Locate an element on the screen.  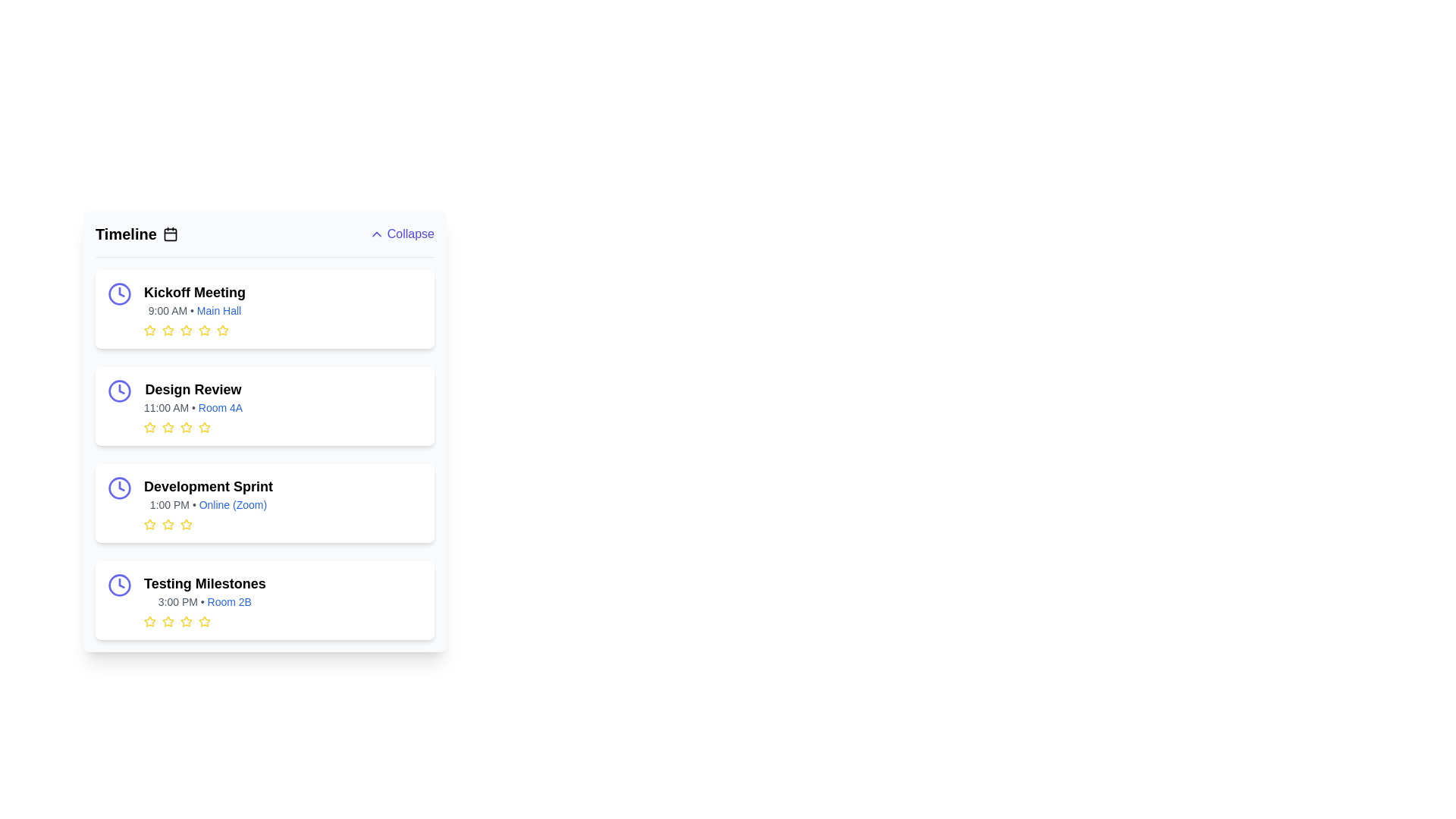
the title label for the second list item in the vertical agenda, which provides the name of the meeting or event, positioned above '11:00 AM • Room 4A' is located at coordinates (193, 388).